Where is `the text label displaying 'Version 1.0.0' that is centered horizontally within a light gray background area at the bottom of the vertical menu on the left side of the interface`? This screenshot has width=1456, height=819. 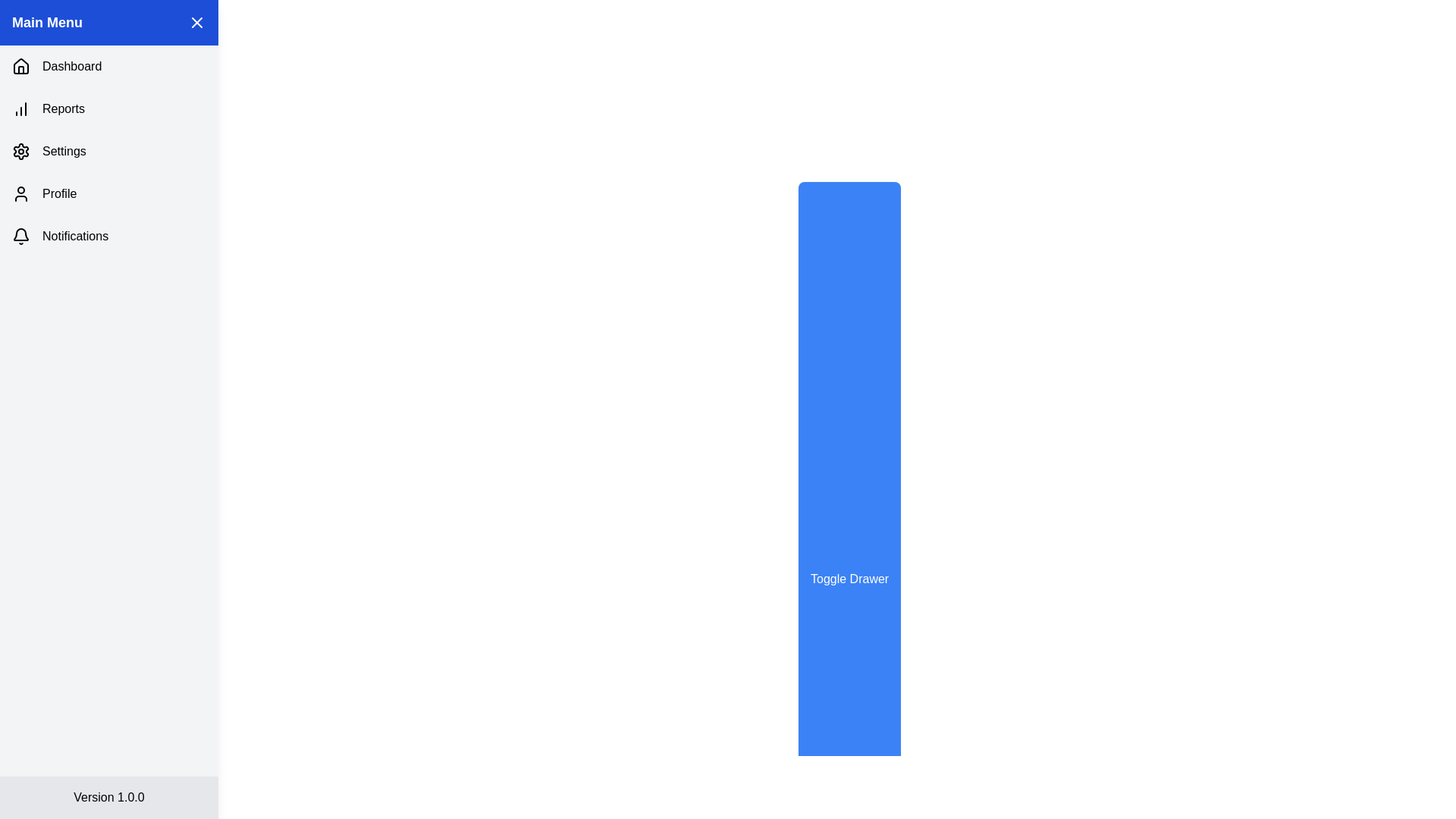 the text label displaying 'Version 1.0.0' that is centered horizontally within a light gray background area at the bottom of the vertical menu on the left side of the interface is located at coordinates (108, 797).